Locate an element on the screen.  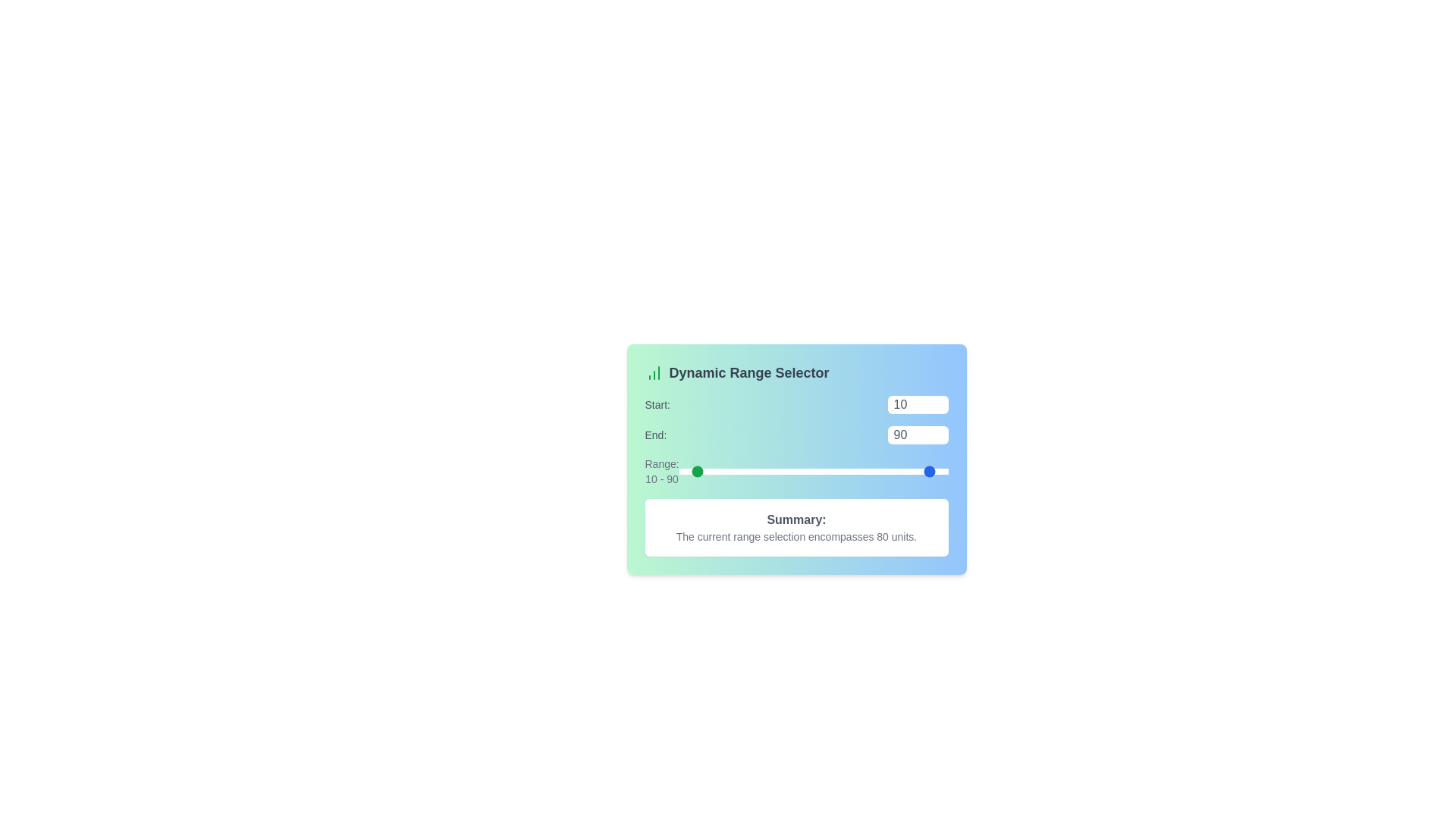
the 'Start' range slider to 0 is located at coordinates (678, 470).